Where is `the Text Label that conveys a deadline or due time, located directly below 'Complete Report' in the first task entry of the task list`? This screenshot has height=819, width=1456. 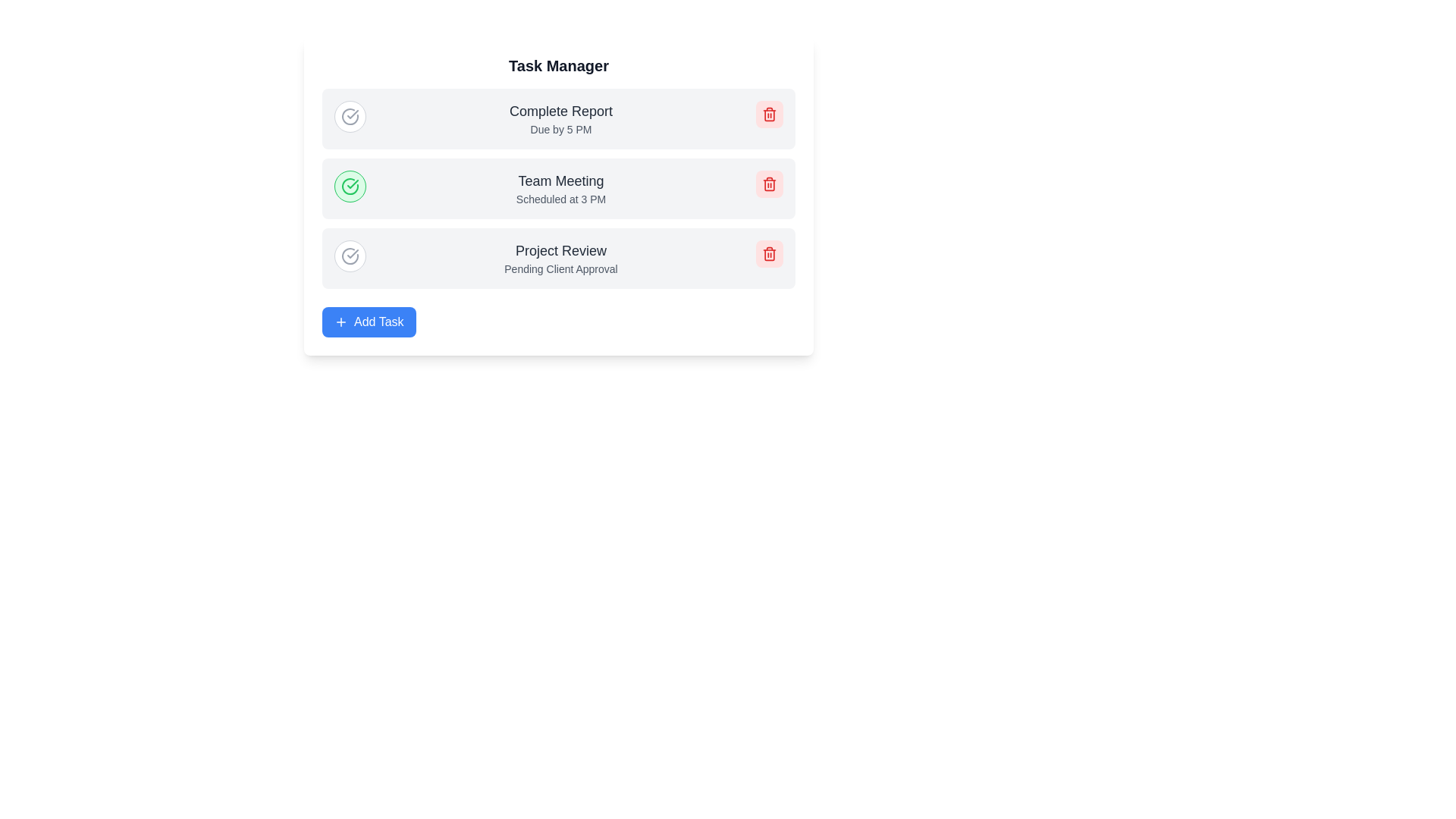 the Text Label that conveys a deadline or due time, located directly below 'Complete Report' in the first task entry of the task list is located at coordinates (560, 128).